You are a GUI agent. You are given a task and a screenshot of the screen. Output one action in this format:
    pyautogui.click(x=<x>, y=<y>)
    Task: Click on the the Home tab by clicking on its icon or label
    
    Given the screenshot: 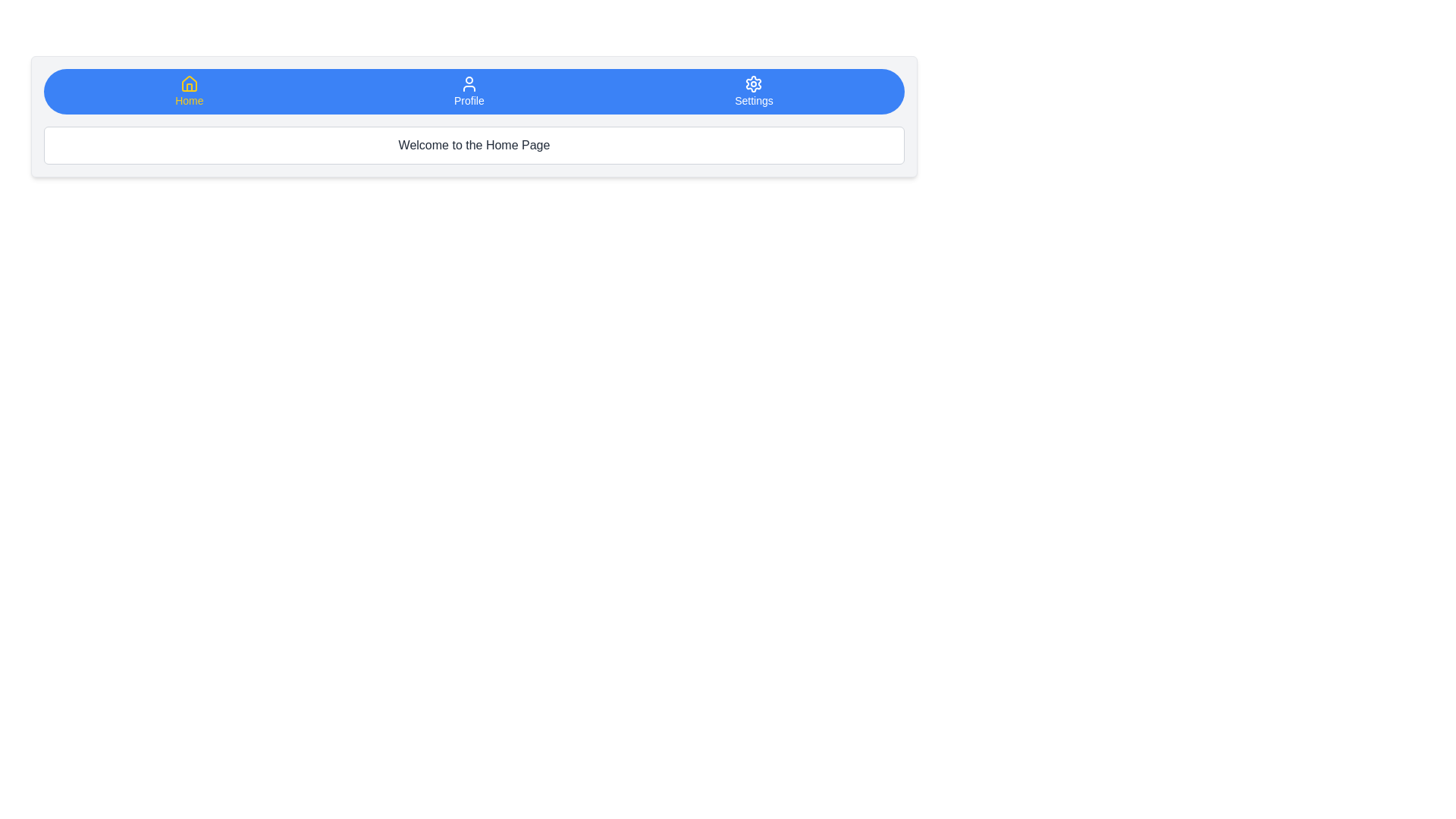 What is the action you would take?
    pyautogui.click(x=188, y=91)
    